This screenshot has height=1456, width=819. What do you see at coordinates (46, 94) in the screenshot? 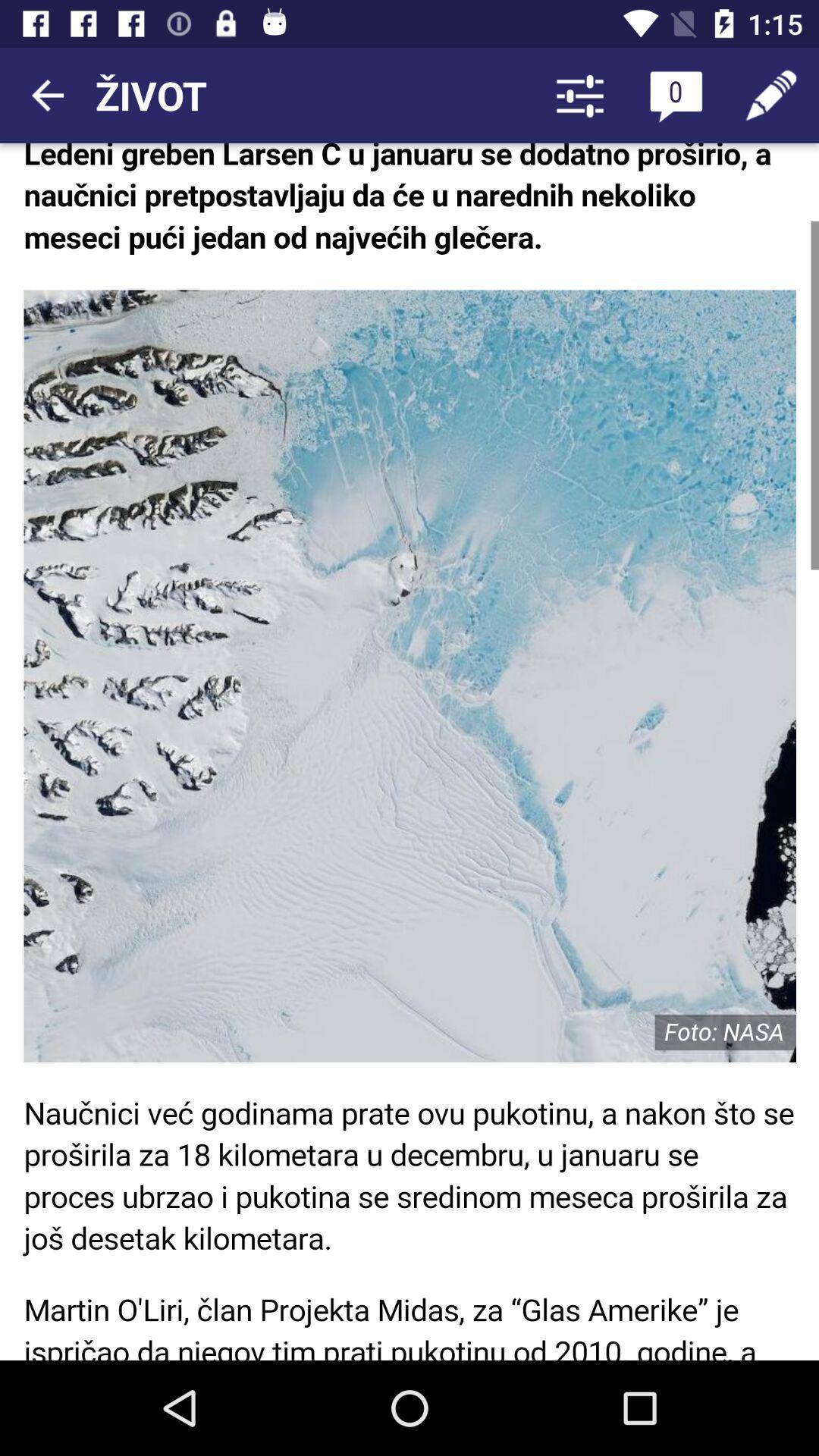
I see `the arrow_backward icon` at bounding box center [46, 94].